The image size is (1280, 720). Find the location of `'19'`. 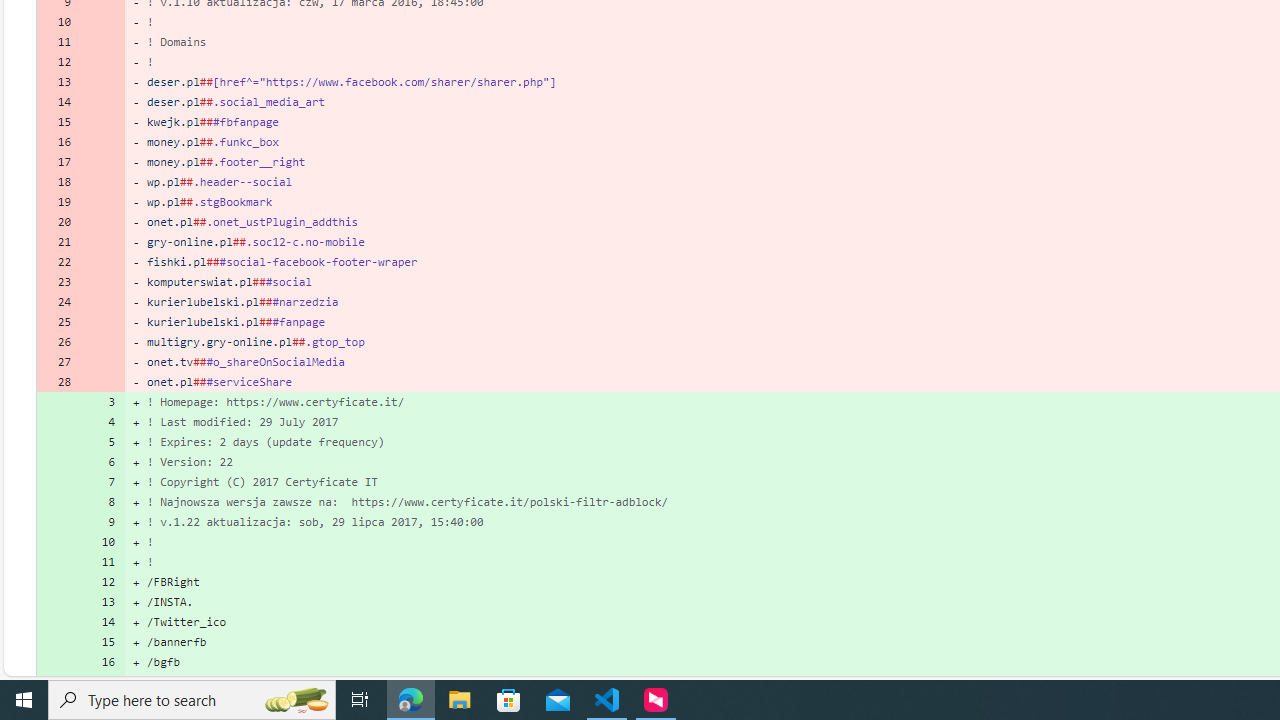

'19' is located at coordinates (58, 201).